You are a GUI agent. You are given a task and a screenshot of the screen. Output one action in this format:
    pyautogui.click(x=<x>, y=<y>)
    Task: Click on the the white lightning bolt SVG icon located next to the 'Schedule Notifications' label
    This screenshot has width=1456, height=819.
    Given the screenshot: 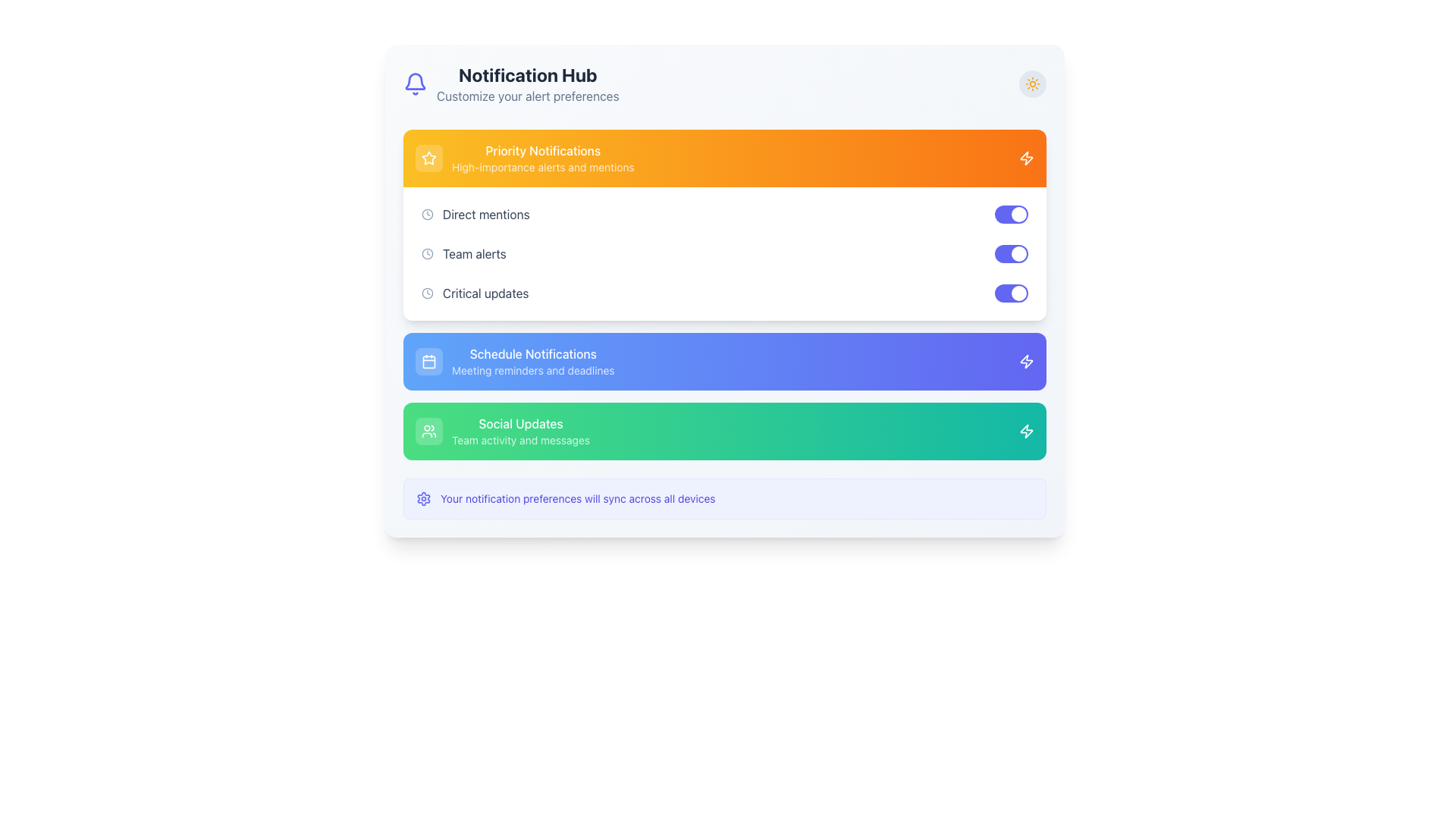 What is the action you would take?
    pyautogui.click(x=1026, y=362)
    